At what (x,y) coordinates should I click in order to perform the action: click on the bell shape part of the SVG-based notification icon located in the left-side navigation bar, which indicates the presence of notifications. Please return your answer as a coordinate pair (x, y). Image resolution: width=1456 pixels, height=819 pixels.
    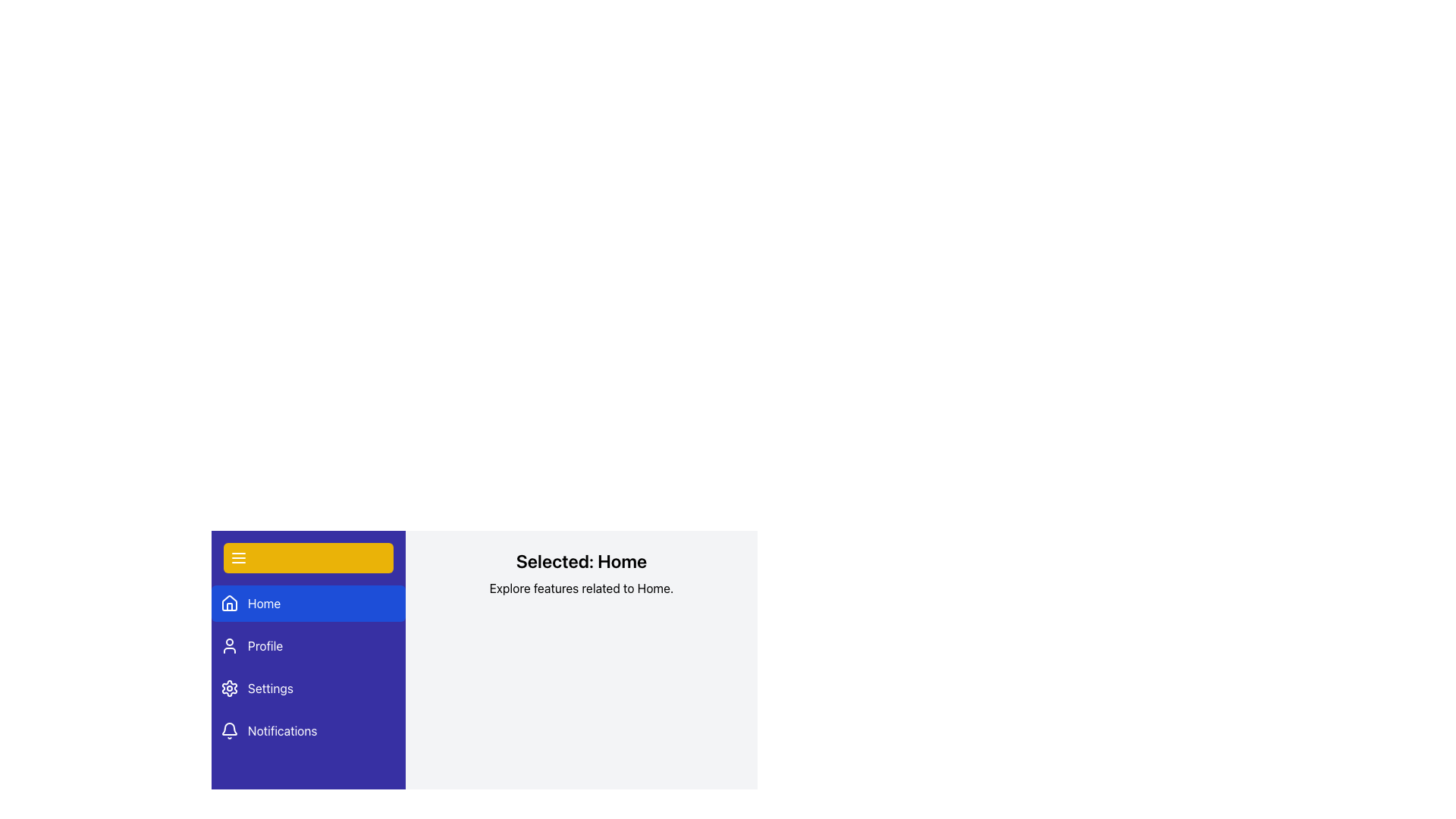
    Looking at the image, I should click on (228, 728).